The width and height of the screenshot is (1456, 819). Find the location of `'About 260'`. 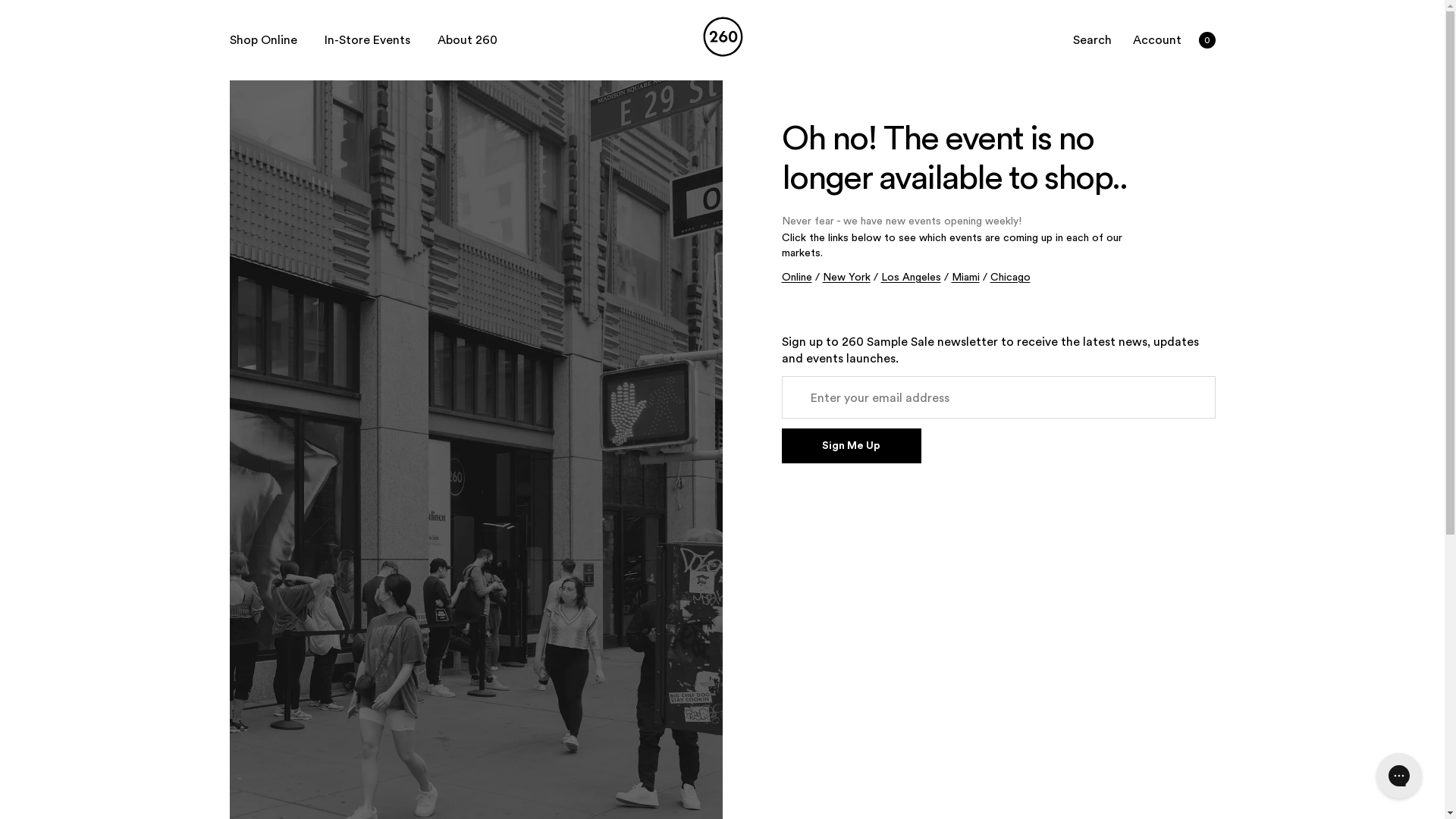

'About 260' is located at coordinates (466, 39).